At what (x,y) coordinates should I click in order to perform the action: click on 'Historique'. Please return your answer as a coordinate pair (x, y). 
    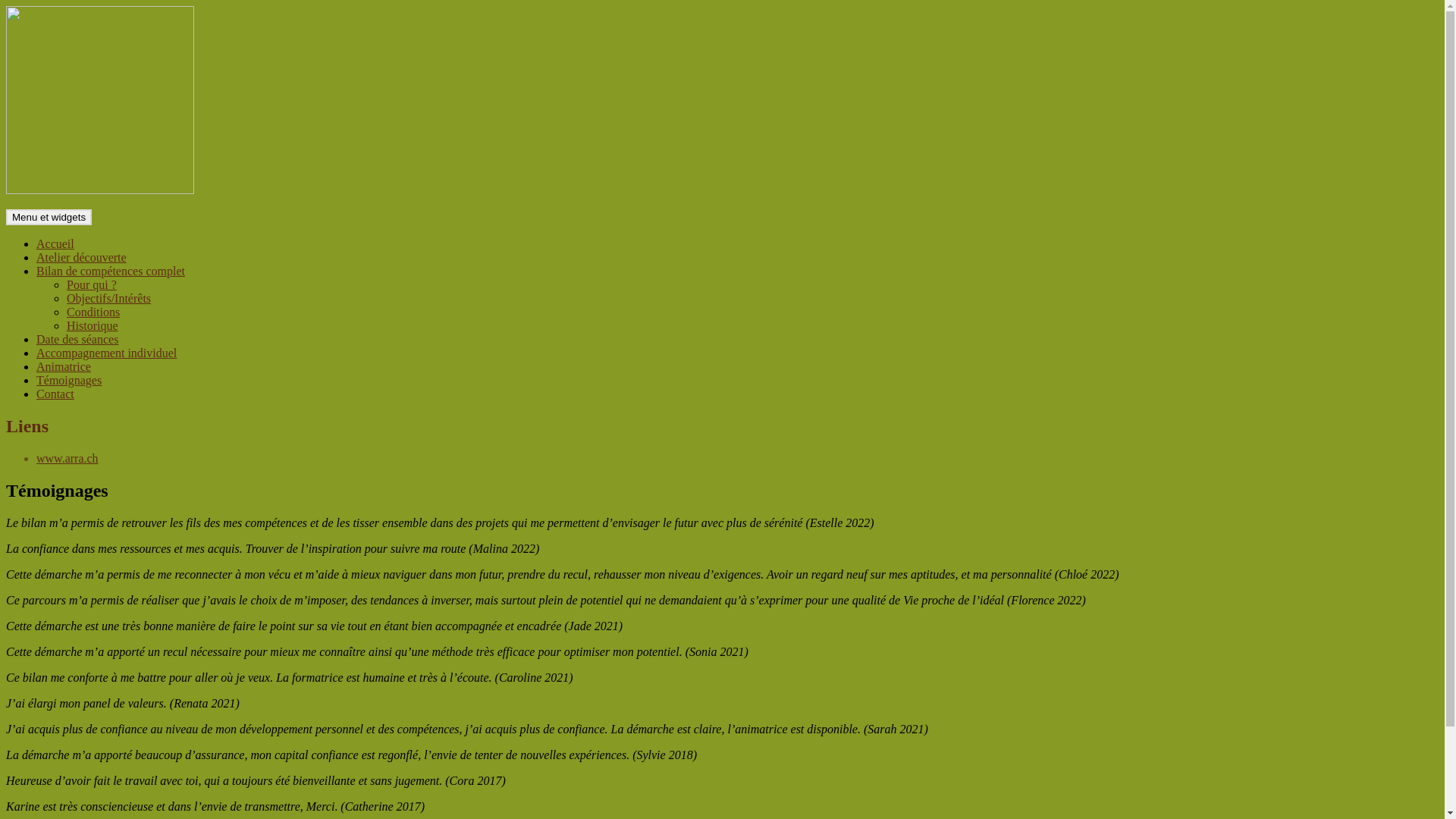
    Looking at the image, I should click on (91, 325).